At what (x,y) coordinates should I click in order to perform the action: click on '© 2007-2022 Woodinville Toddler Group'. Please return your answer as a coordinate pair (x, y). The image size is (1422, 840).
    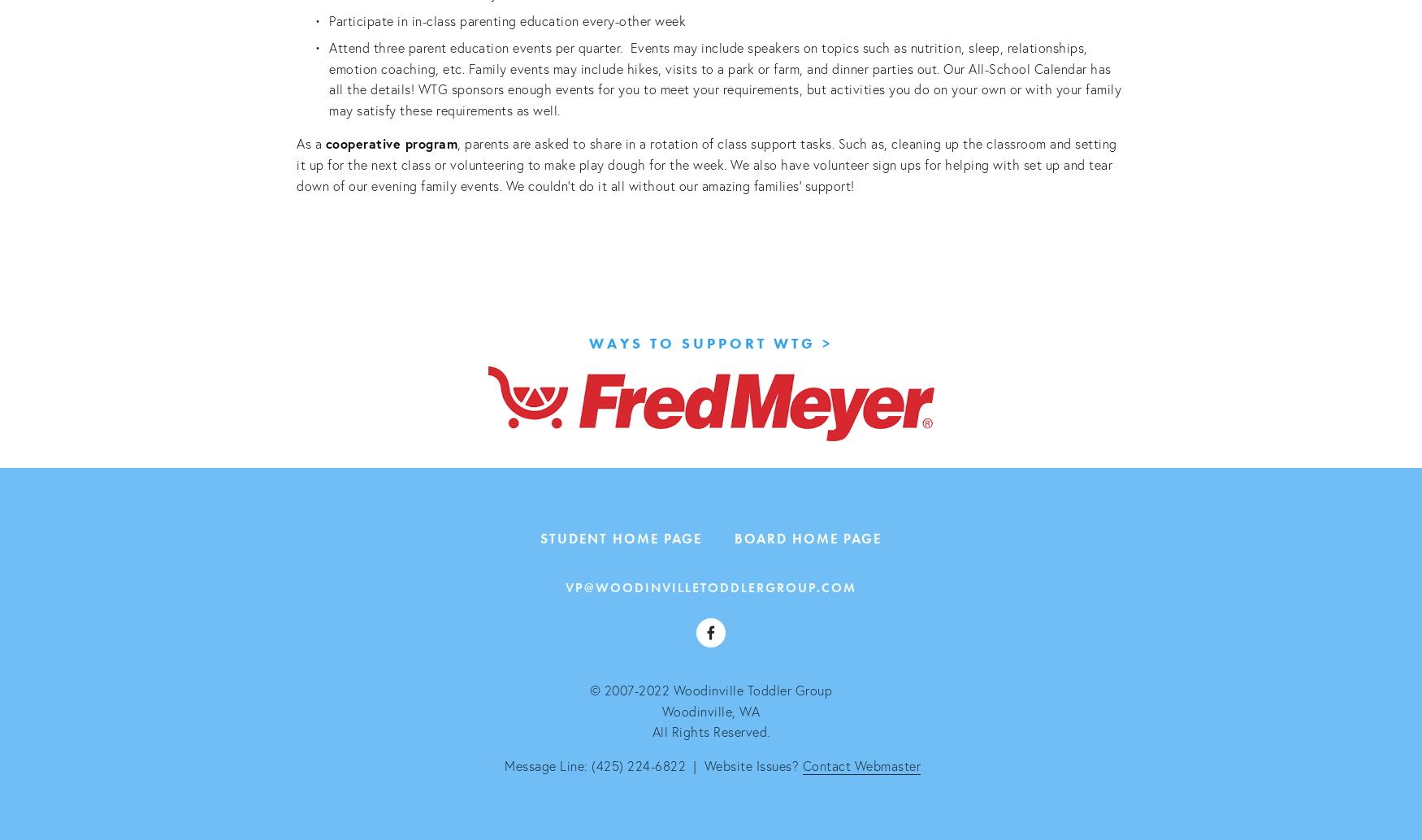
    Looking at the image, I should click on (710, 689).